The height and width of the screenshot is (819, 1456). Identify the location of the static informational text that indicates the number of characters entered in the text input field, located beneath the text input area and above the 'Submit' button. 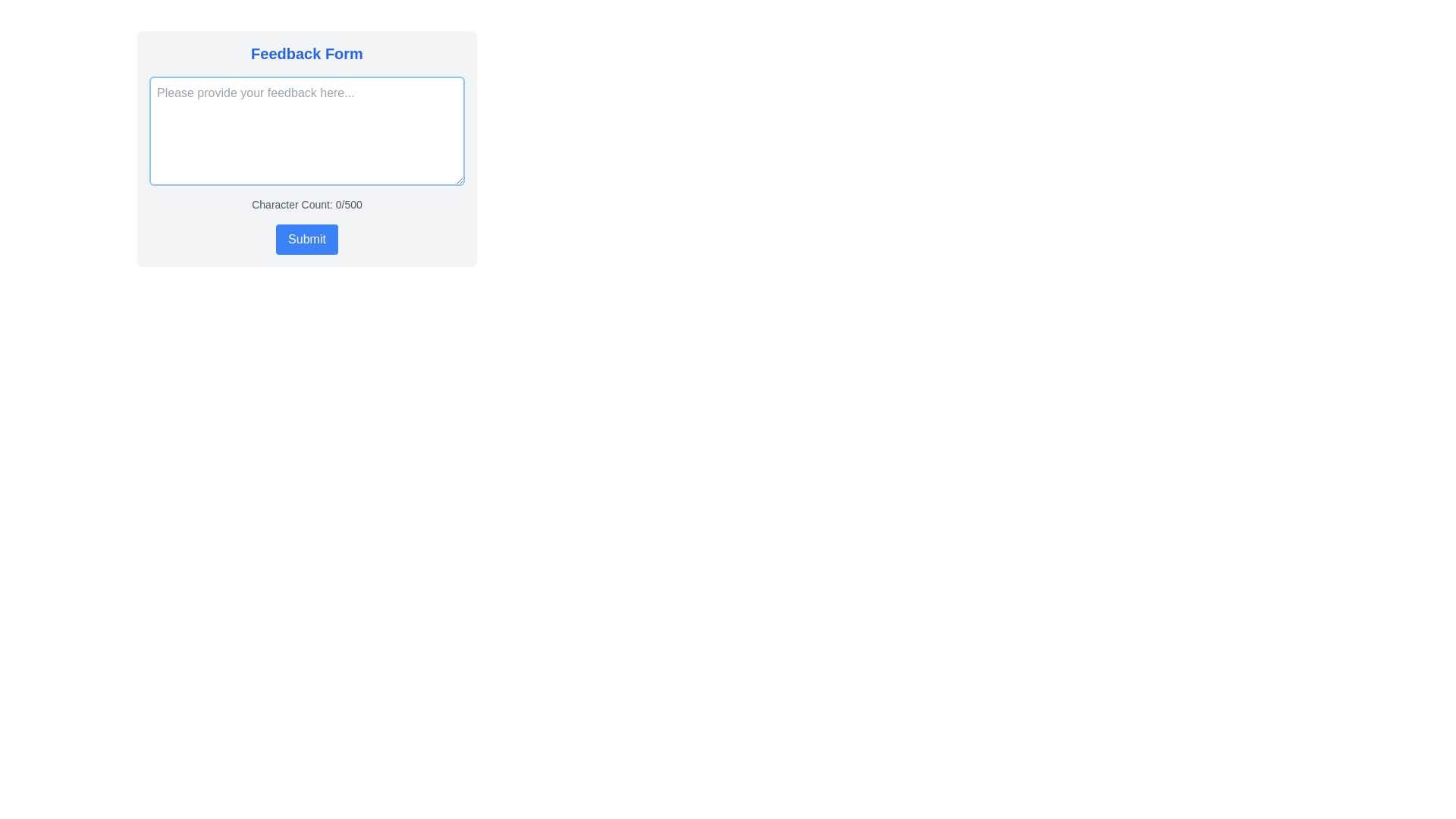
(306, 205).